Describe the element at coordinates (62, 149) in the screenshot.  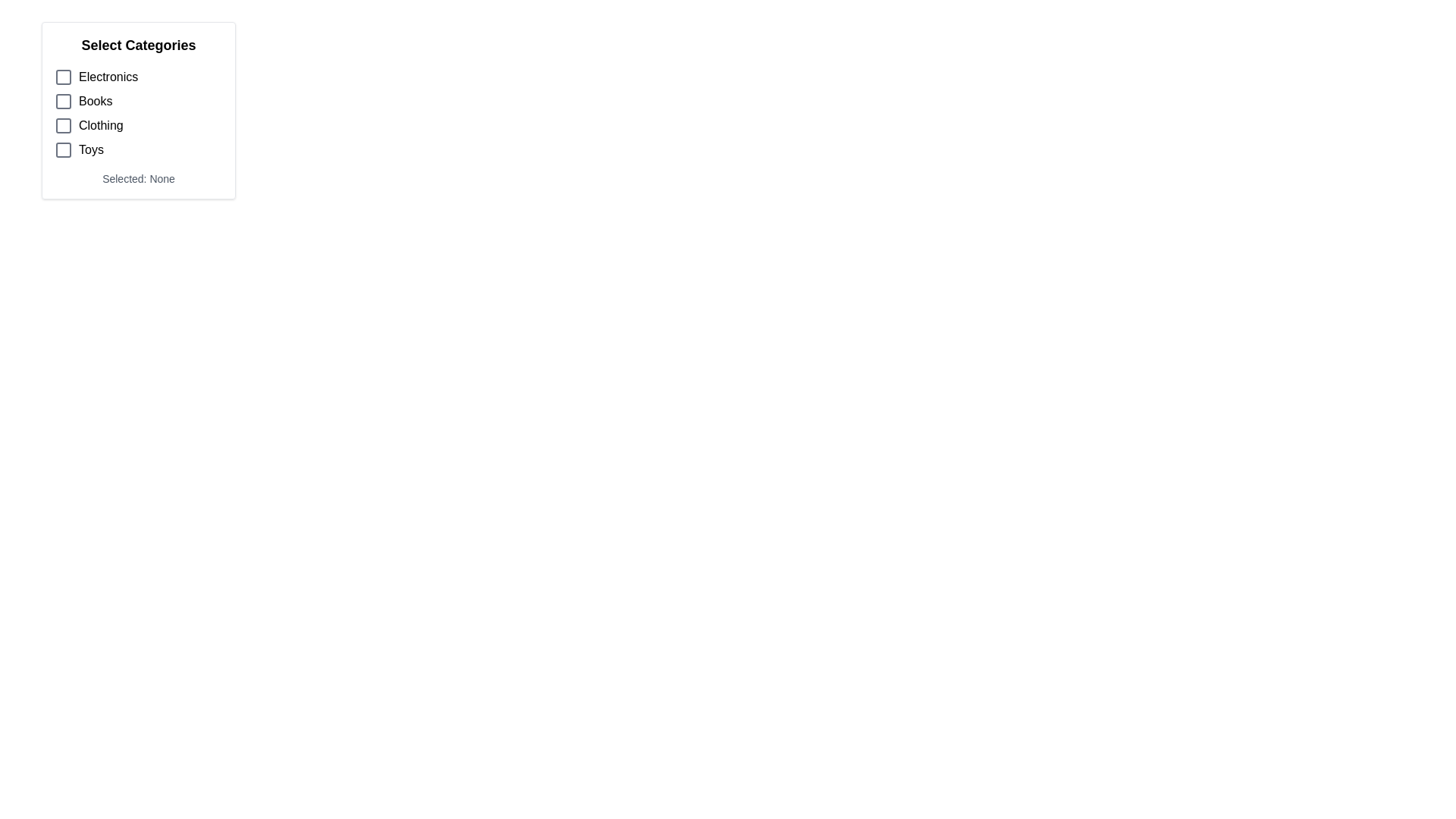
I see `the unchecked checkbox for 'Toys' in the fourth row under 'Select Categories'` at that location.